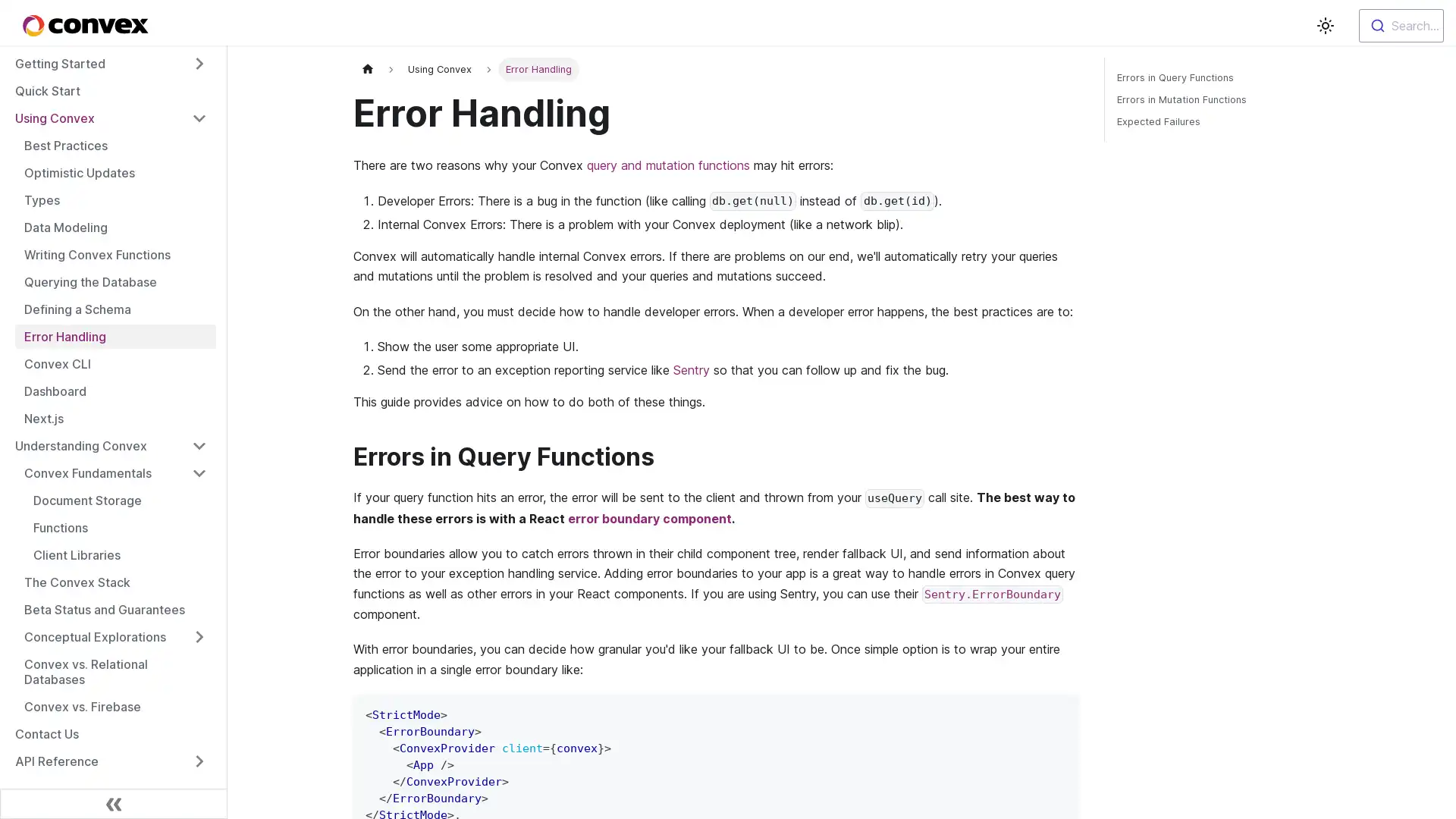 The image size is (1456, 819). Describe the element at coordinates (1324, 26) in the screenshot. I see `Switch between dark and light mode (currently light mode)` at that location.